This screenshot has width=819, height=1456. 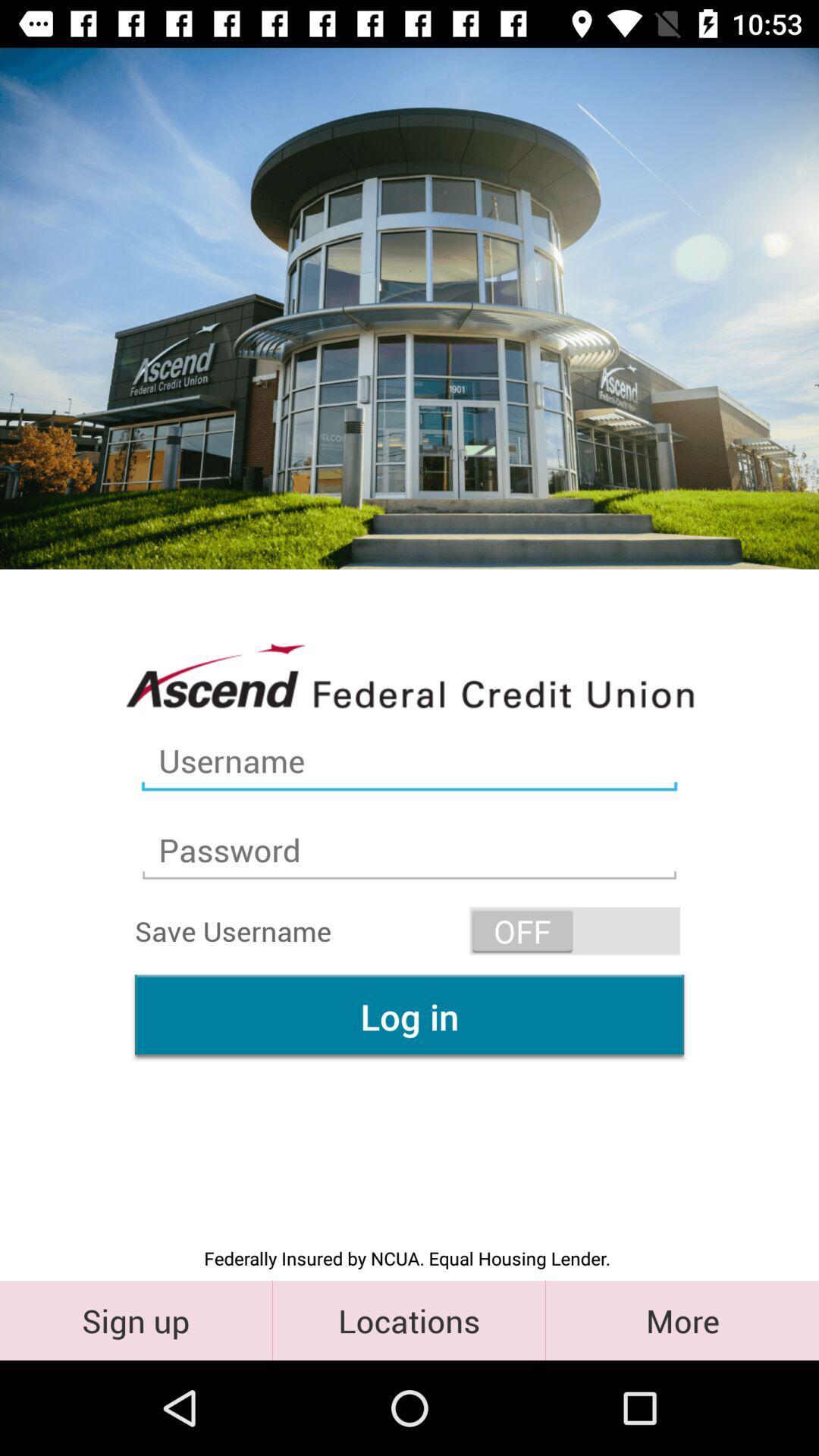 What do you see at coordinates (681, 1319) in the screenshot?
I see `item below federally insured by icon` at bounding box center [681, 1319].